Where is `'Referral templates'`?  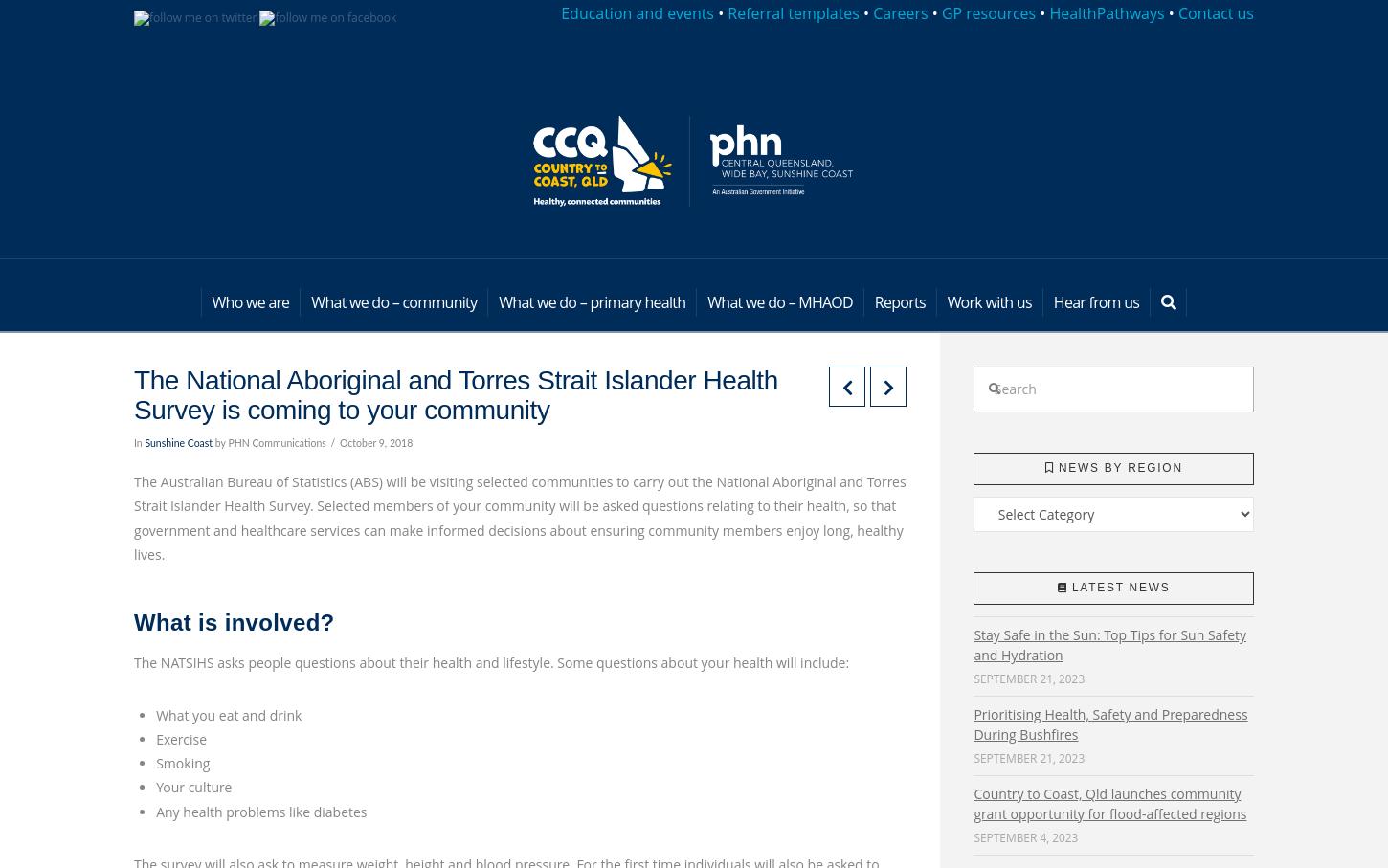
'Referral templates' is located at coordinates (793, 11).